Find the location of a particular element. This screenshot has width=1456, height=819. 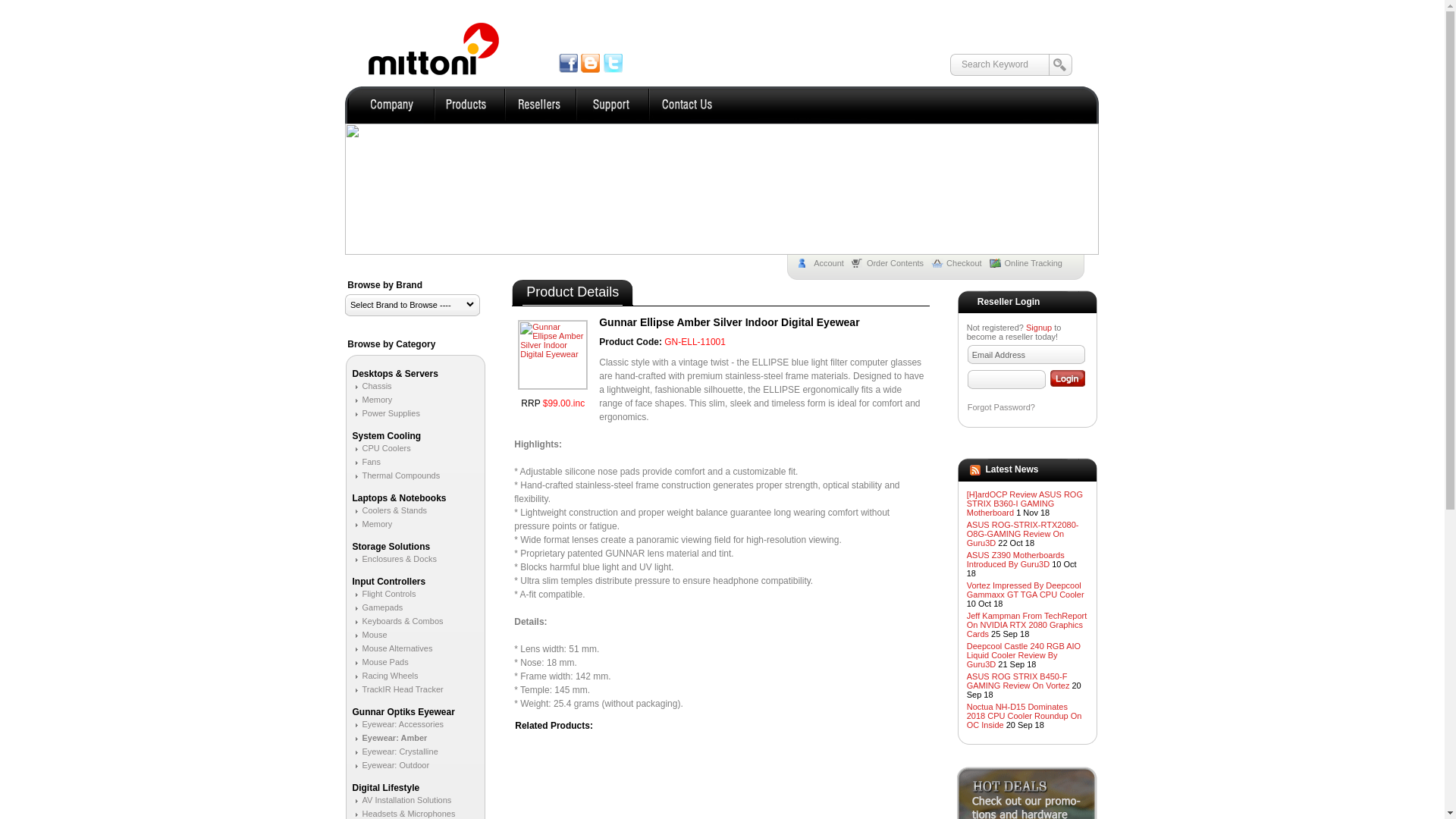

'Mouse Pads' is located at coordinates (379, 661).